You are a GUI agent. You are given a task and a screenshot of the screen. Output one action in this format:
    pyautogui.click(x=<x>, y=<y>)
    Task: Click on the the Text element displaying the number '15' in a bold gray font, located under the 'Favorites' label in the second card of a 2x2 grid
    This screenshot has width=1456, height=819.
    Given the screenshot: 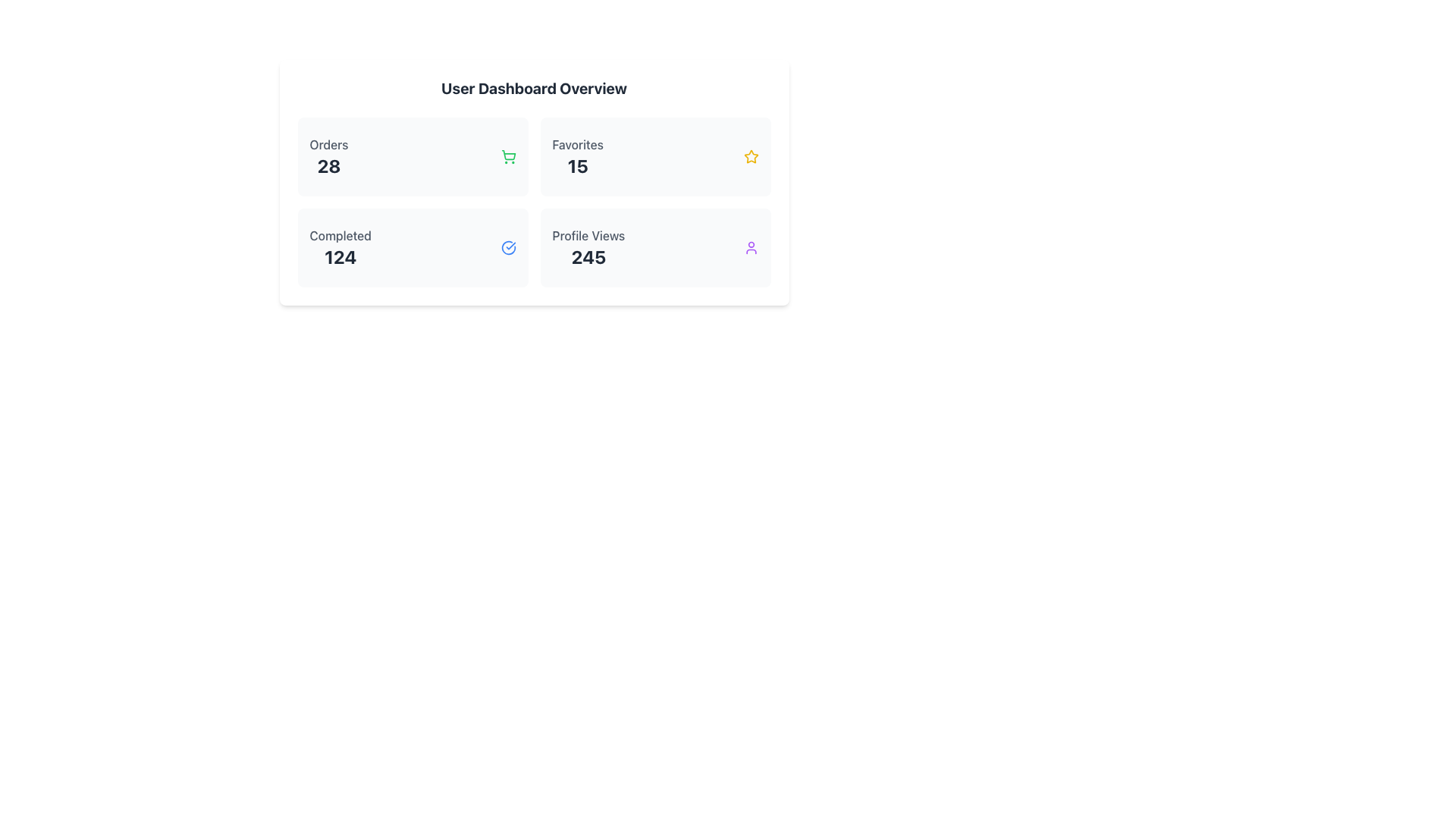 What is the action you would take?
    pyautogui.click(x=577, y=166)
    